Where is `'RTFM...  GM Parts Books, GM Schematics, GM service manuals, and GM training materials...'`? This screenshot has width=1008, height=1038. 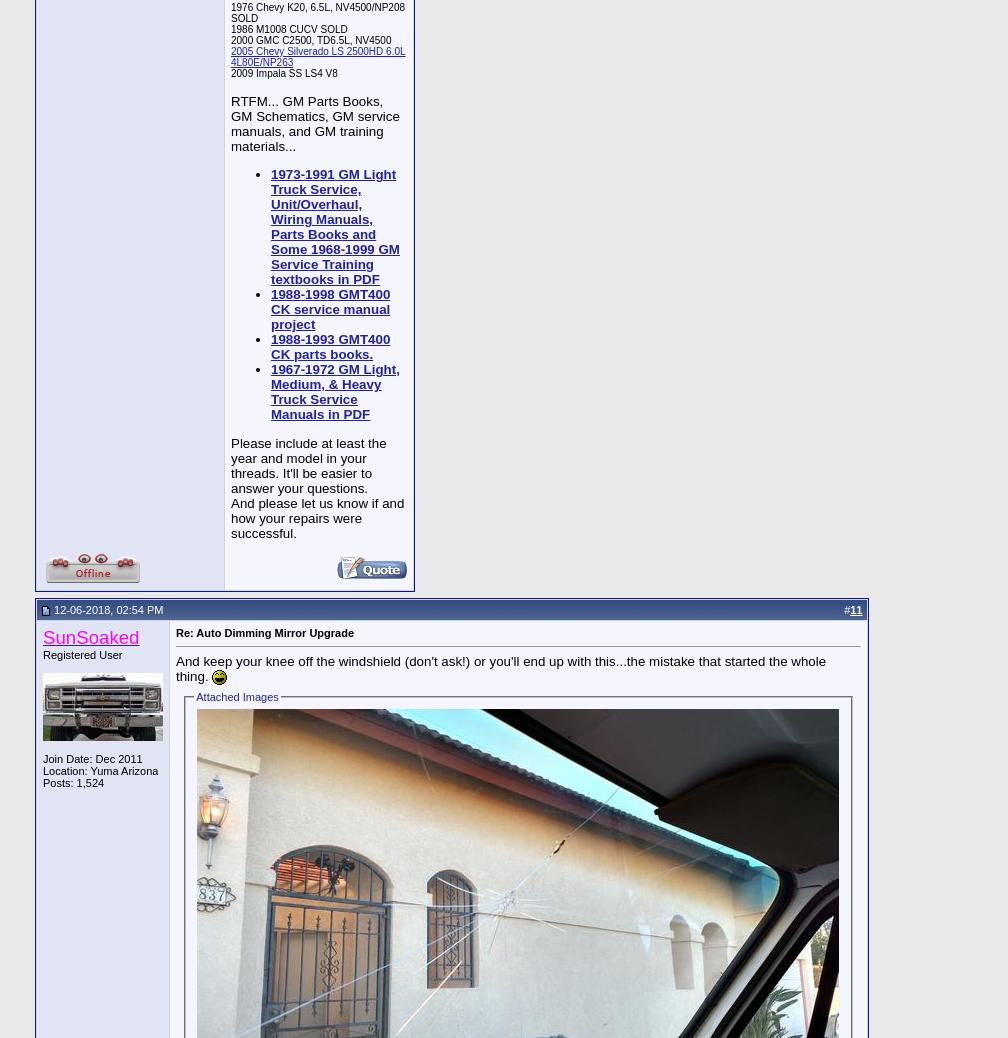
'RTFM...  GM Parts Books, GM Schematics, GM service manuals, and GM training materials...' is located at coordinates (315, 122).